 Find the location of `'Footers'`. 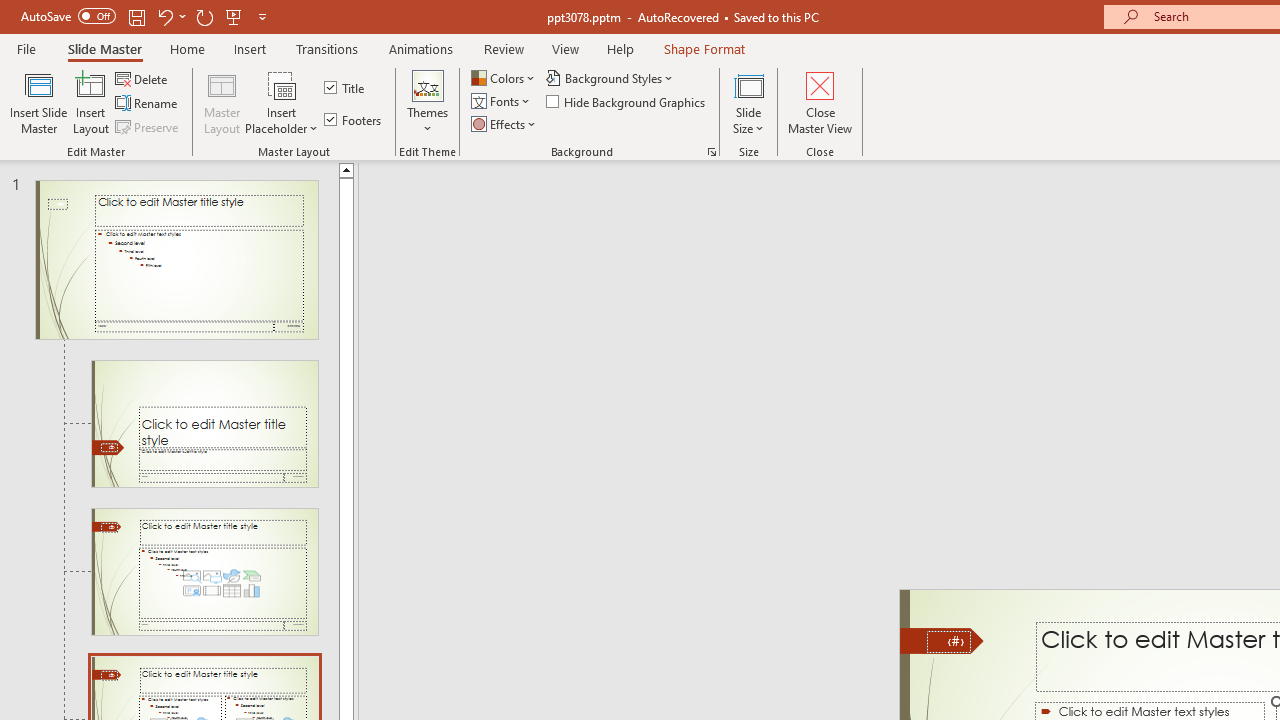

'Footers' is located at coordinates (354, 119).